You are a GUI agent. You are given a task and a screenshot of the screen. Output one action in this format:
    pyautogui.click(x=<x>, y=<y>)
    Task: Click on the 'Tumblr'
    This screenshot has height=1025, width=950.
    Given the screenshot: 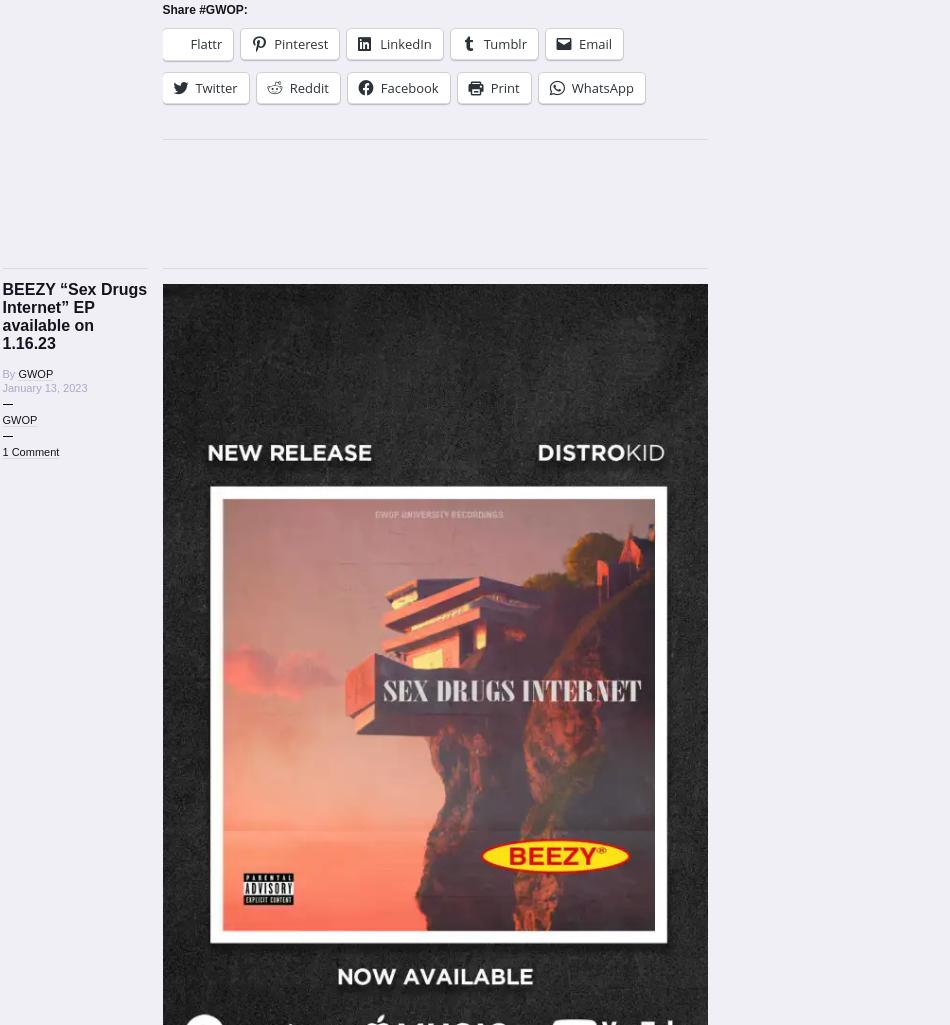 What is the action you would take?
    pyautogui.click(x=482, y=43)
    